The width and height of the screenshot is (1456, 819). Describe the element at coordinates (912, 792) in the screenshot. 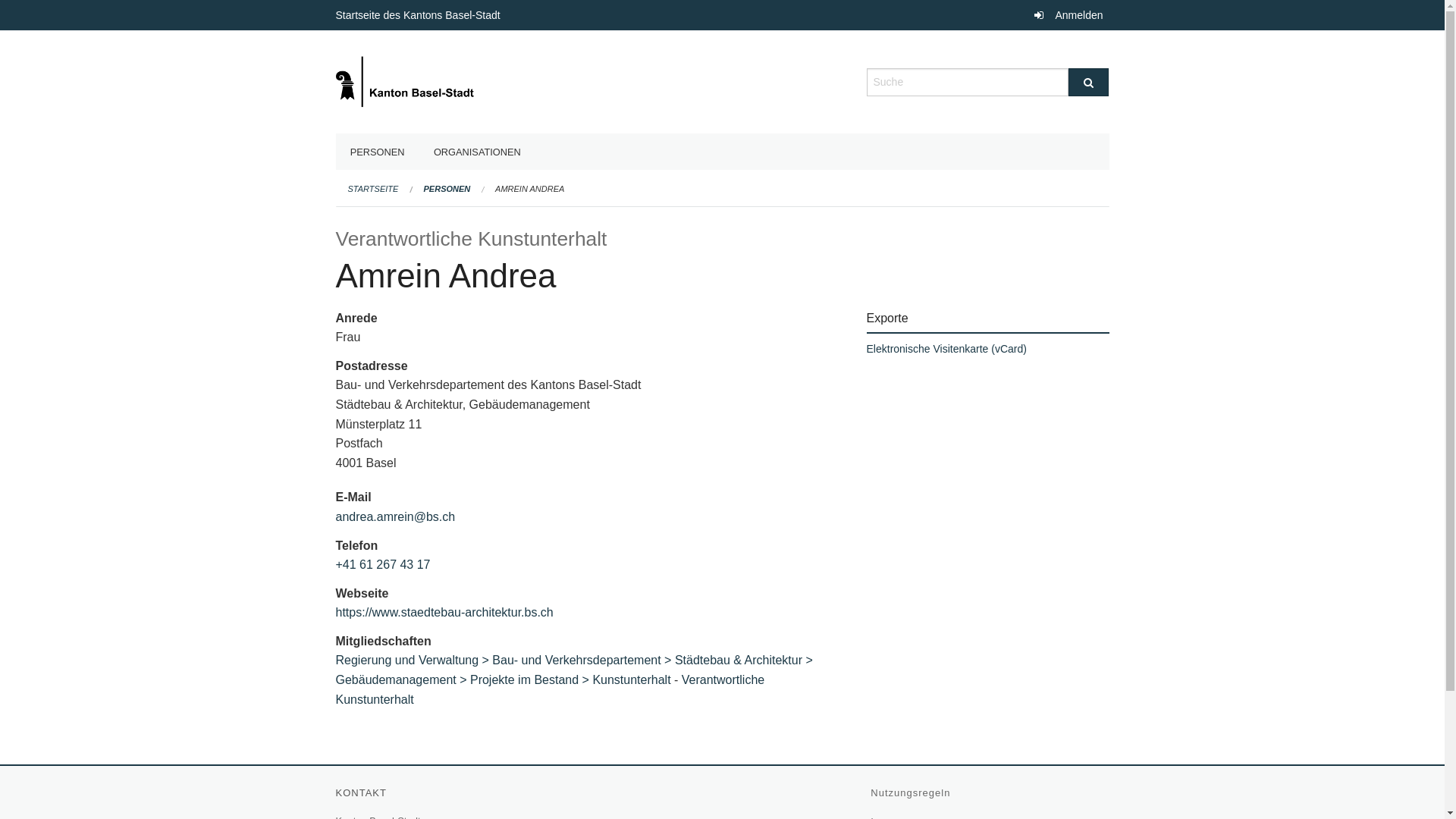

I see `'Nutzungsregeln` at that location.